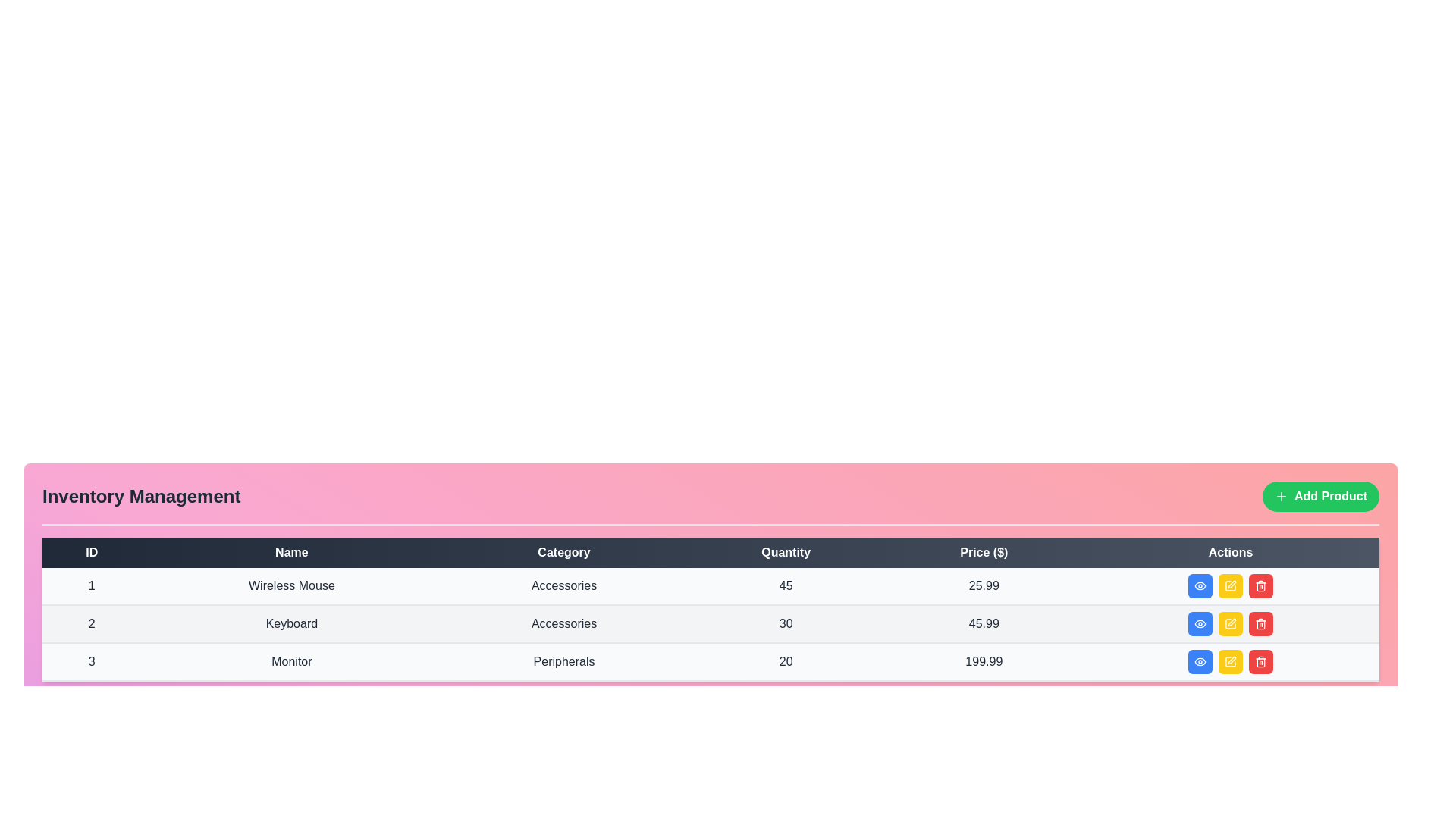 Image resolution: width=1456 pixels, height=819 pixels. I want to click on the Row Identifier located in the leftmost column of the second row, which corresponds to the 'Keyboard' entry in the Accessories category, so click(91, 623).